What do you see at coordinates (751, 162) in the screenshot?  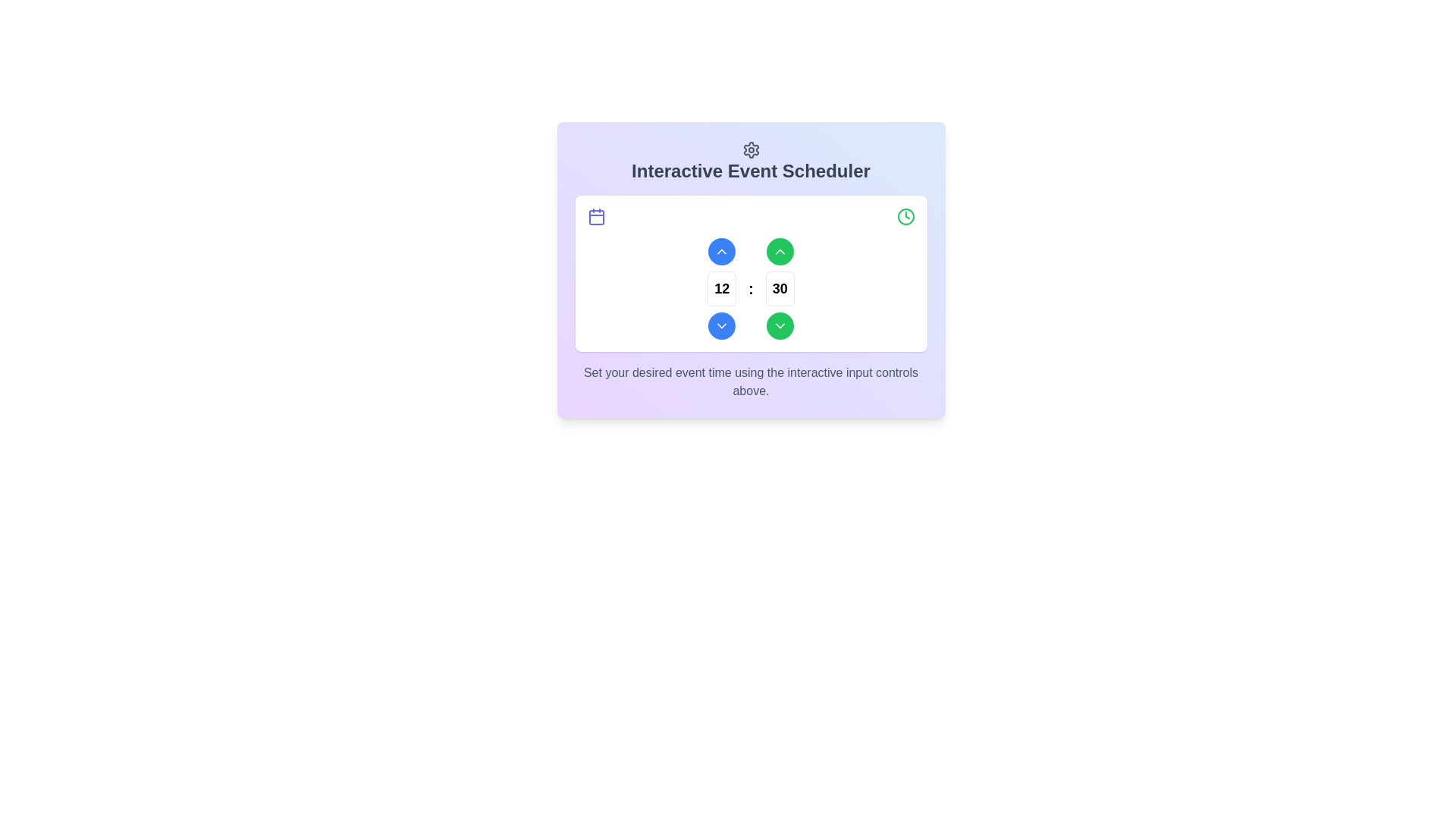 I see `the header 'Interactive Event Scheduler' with the gear icon` at bounding box center [751, 162].